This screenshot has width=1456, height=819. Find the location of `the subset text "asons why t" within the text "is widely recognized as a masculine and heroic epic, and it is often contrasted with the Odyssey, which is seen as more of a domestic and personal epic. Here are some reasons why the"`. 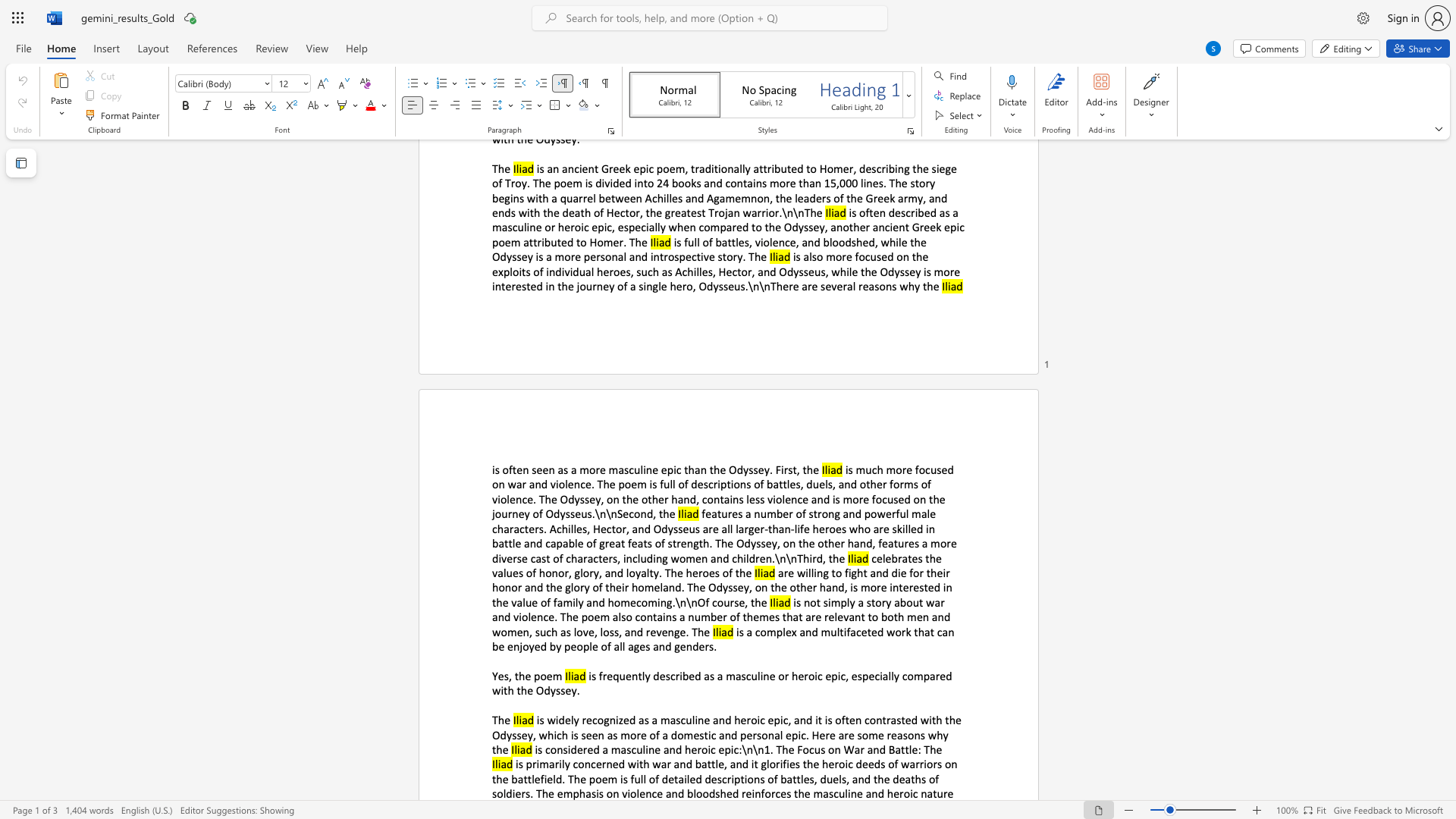

the subset text "asons why t" within the text "is widely recognized as a masculine and heroic epic, and it is often contrasted with the Odyssey, which is seen as more of a domestic and personal epic. Here are some reasons why the" is located at coordinates (897, 734).